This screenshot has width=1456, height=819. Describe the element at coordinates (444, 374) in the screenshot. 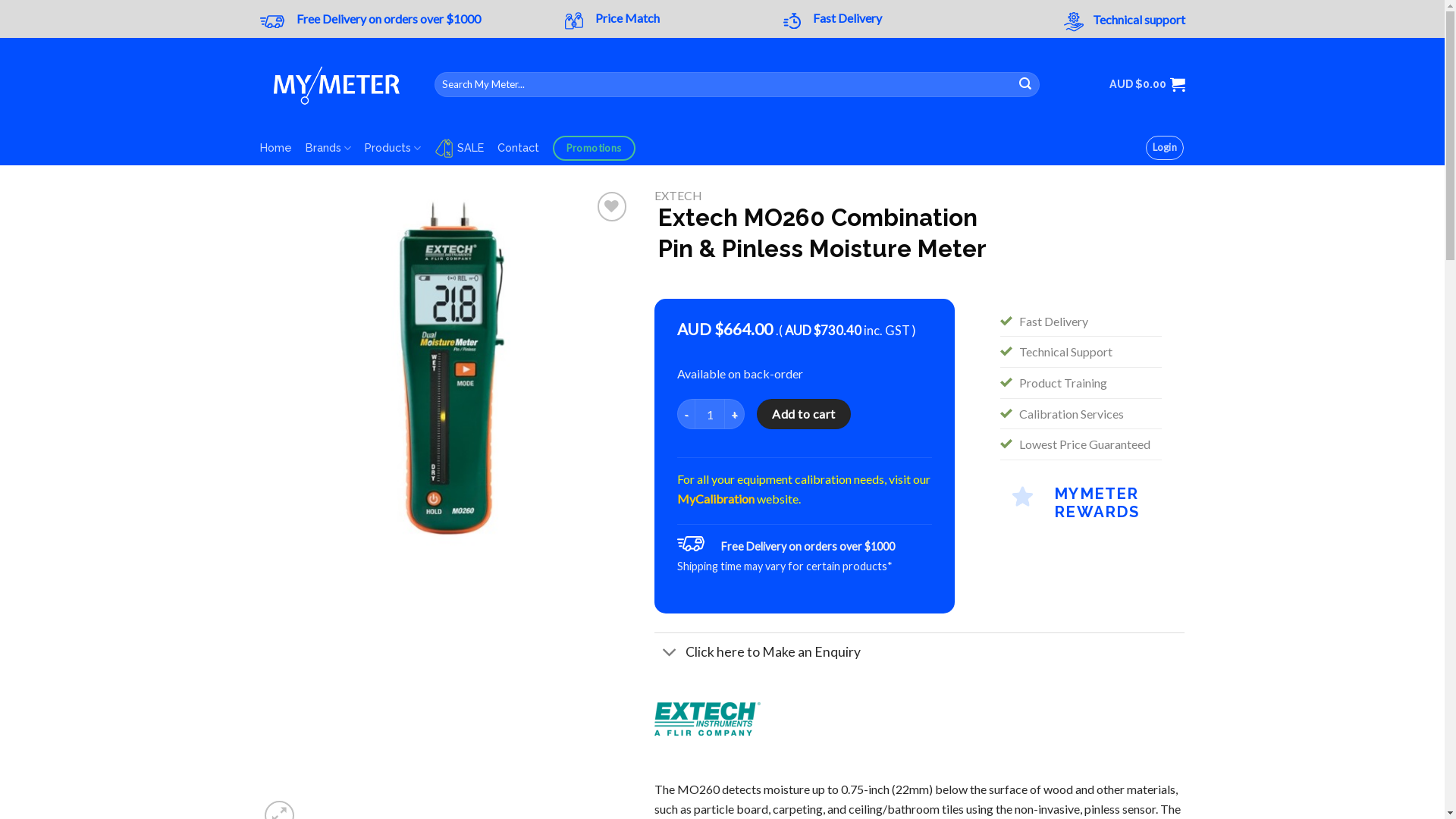

I see `'Extech MO260 Combination Pin & Pinless Moisture Meter'` at that location.